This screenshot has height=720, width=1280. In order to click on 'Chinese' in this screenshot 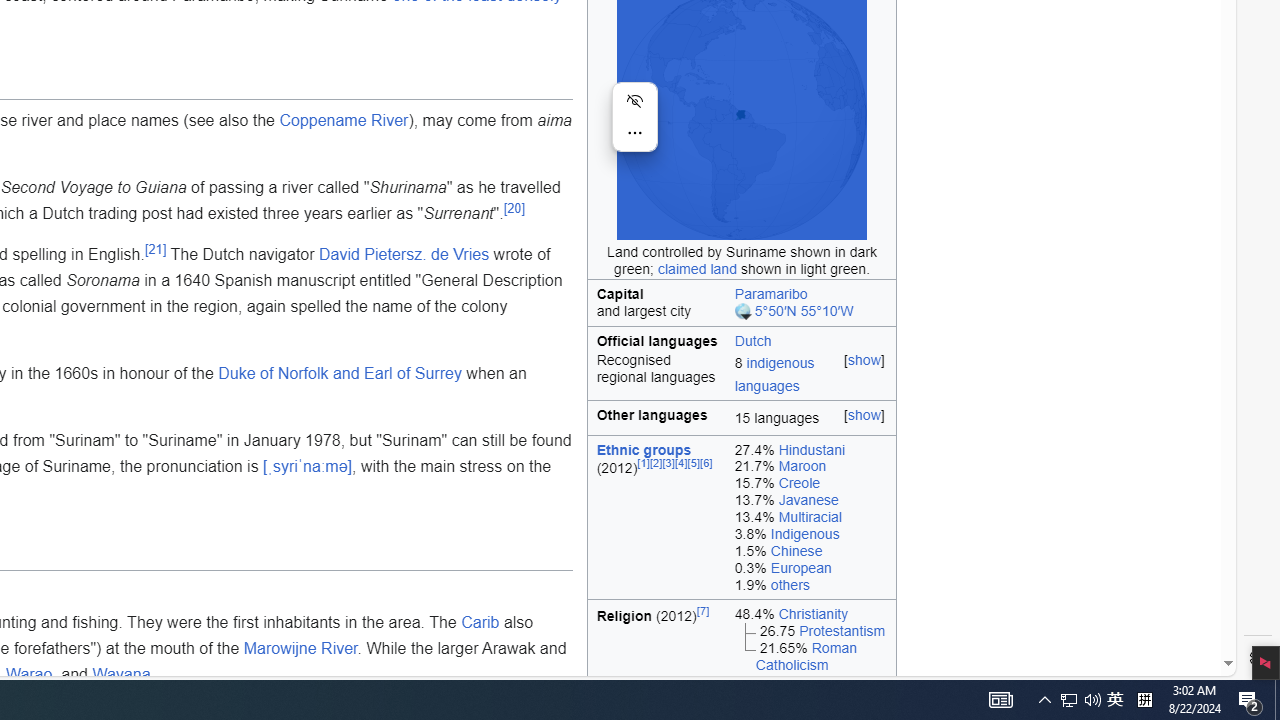, I will do `click(795, 550)`.